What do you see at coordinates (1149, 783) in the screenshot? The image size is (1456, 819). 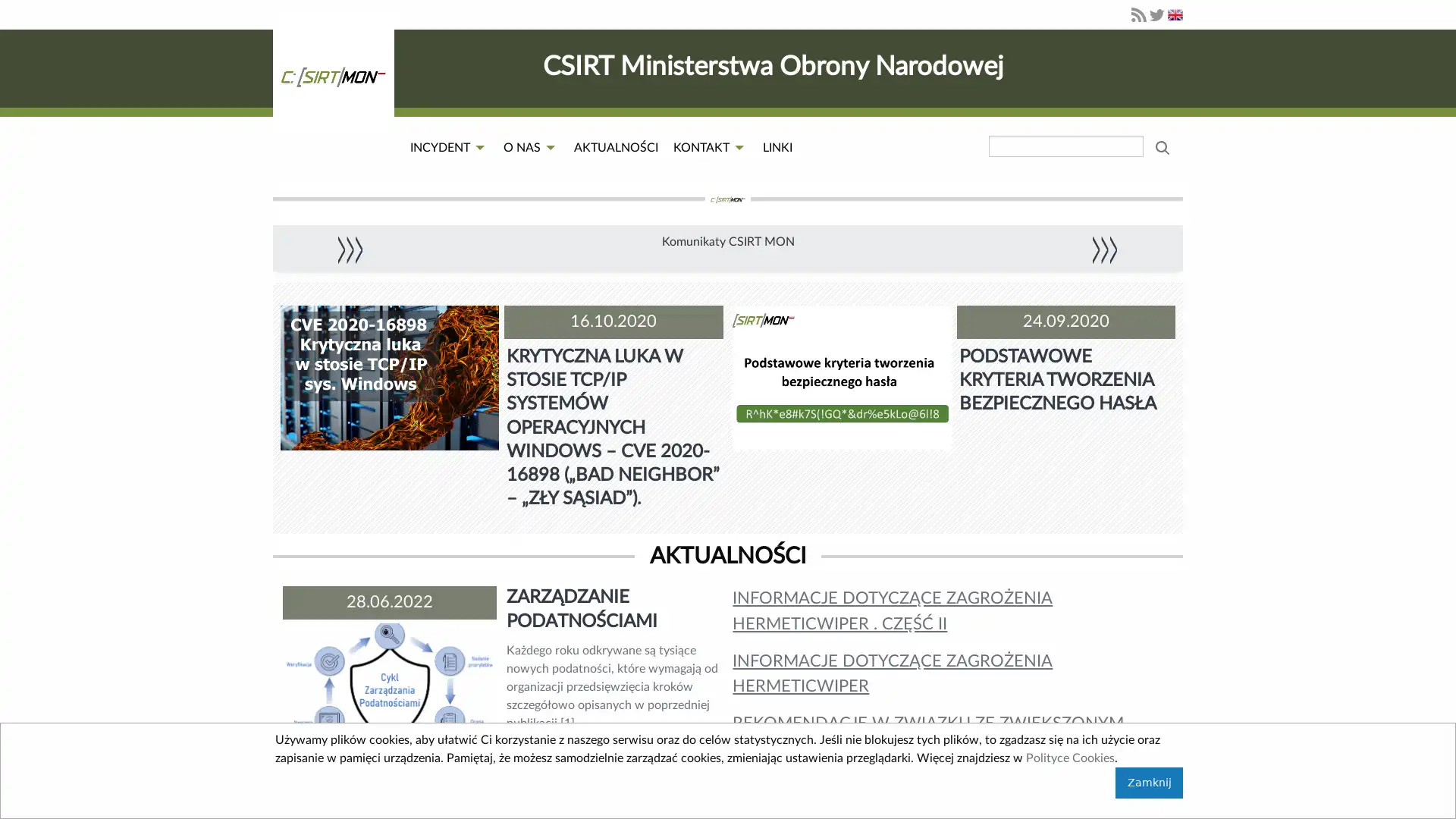 I see `Zamknij` at bounding box center [1149, 783].